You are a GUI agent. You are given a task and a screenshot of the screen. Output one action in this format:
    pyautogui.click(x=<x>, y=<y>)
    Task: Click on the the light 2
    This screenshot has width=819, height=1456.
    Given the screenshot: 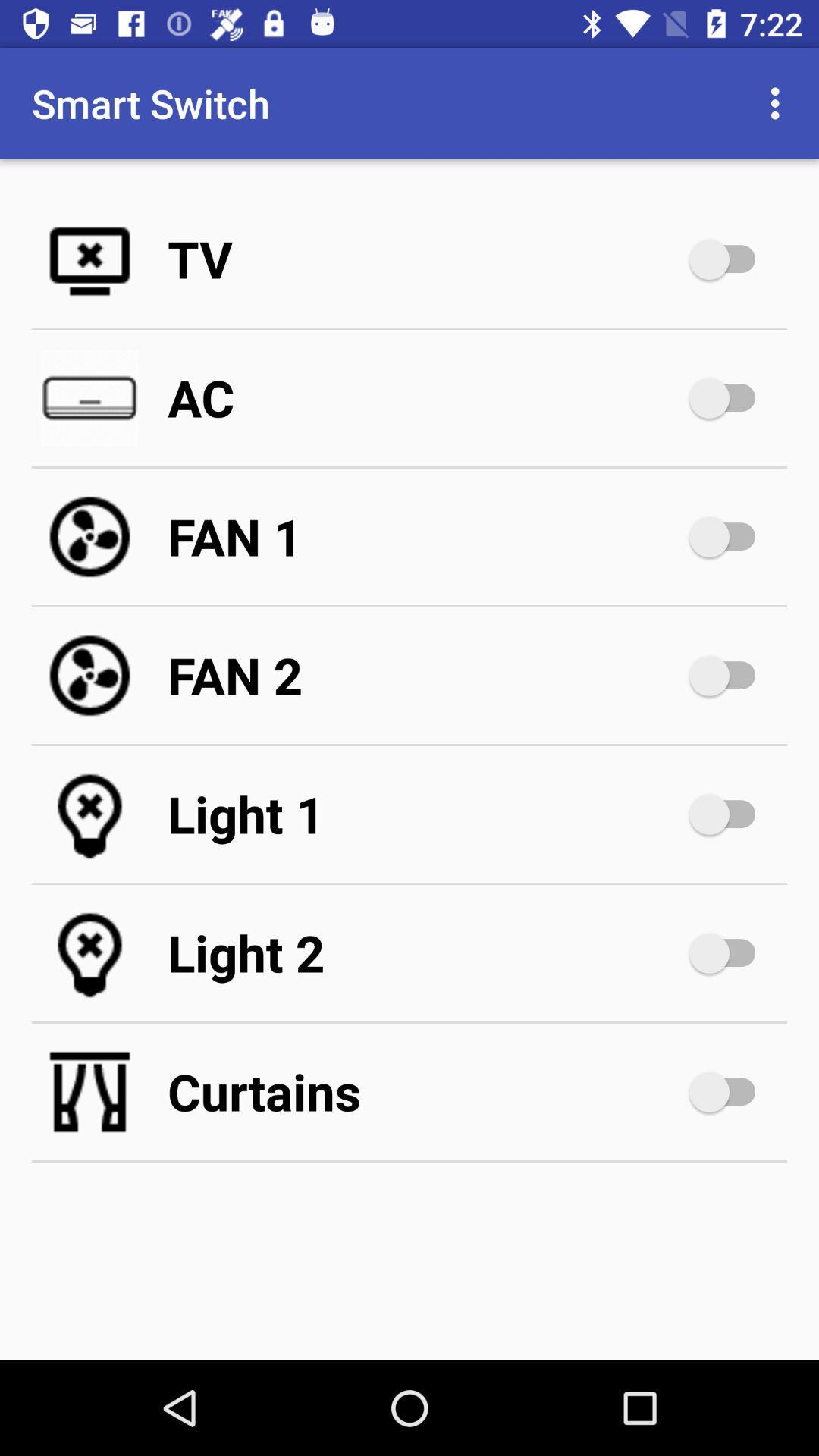 What is the action you would take?
    pyautogui.click(x=425, y=952)
    